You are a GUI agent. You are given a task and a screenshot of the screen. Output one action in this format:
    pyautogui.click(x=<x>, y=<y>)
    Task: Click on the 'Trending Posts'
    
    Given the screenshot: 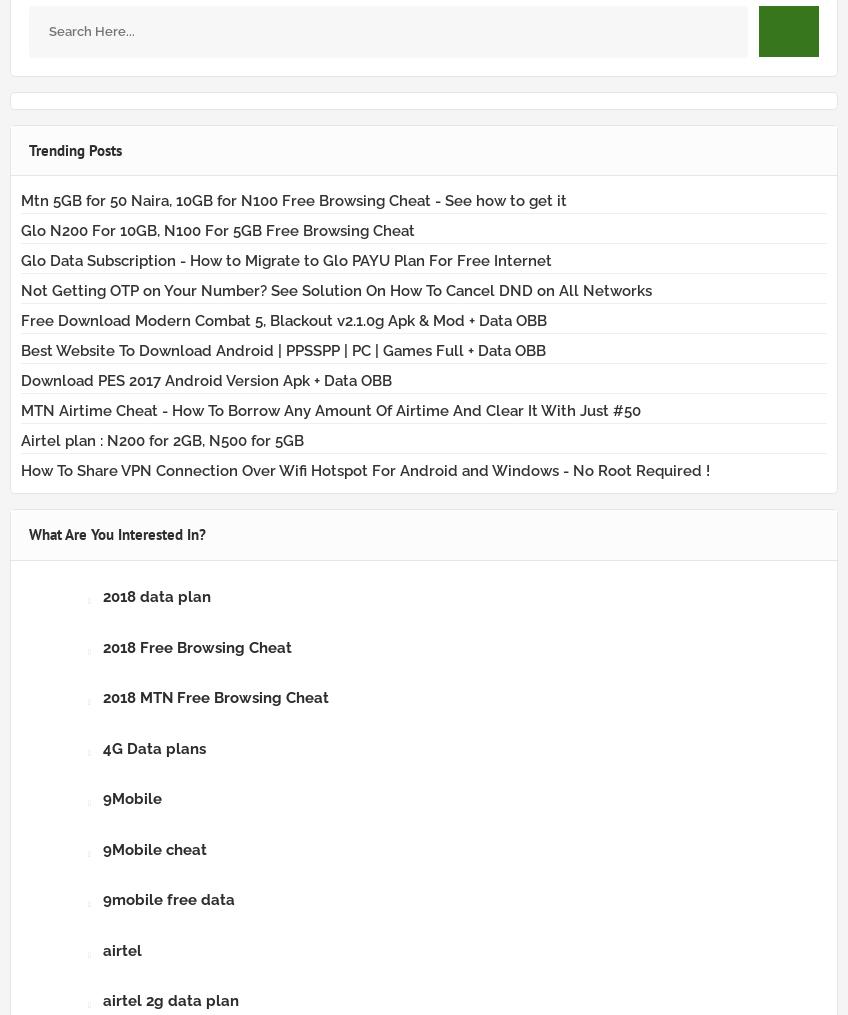 What is the action you would take?
    pyautogui.click(x=28, y=148)
    